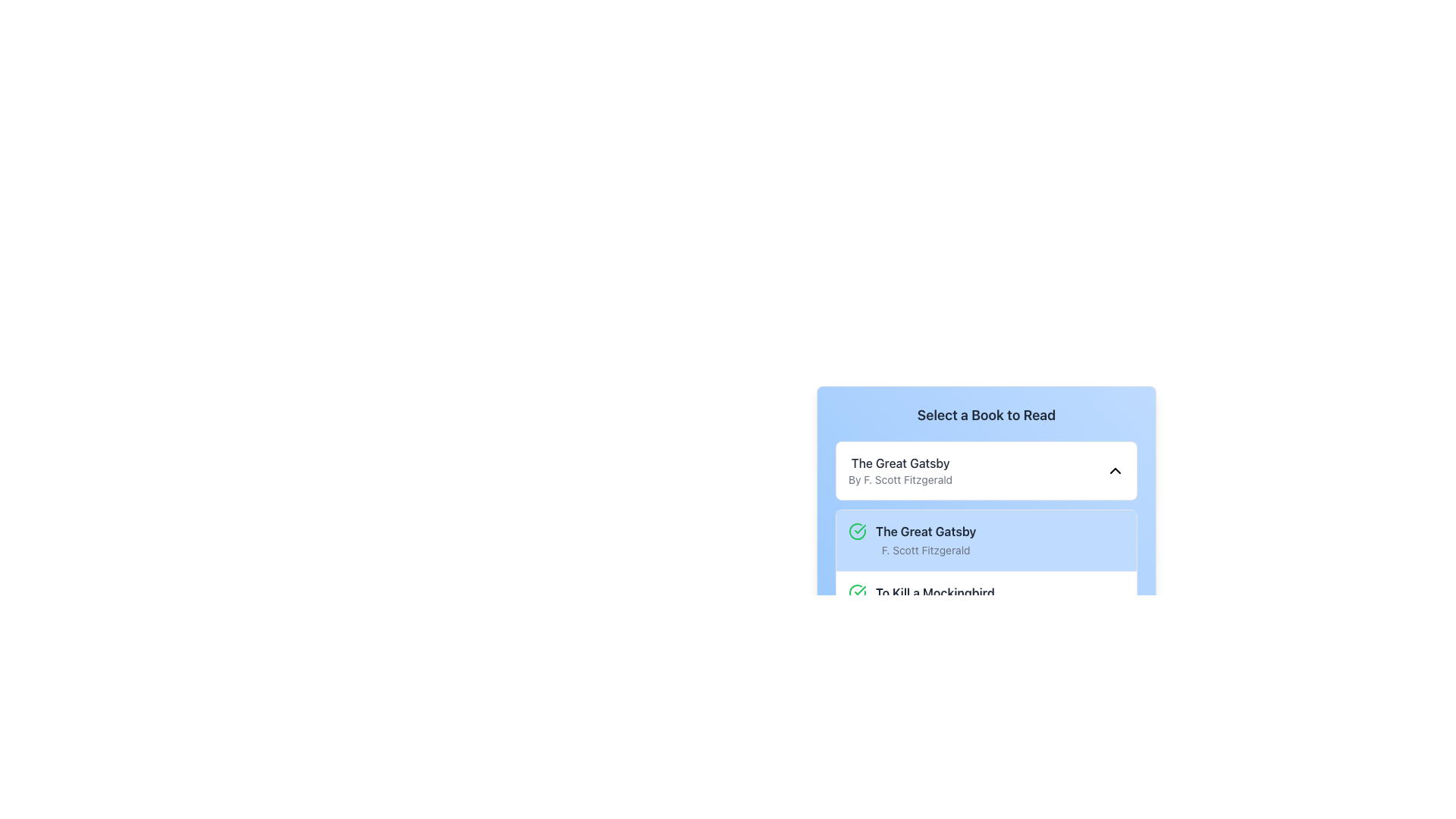 This screenshot has width=1456, height=819. Describe the element at coordinates (925, 531) in the screenshot. I see `the static text displaying the book's title, which is located above the text 'F. Scott Fitzgerald' in the blue list item box` at that location.